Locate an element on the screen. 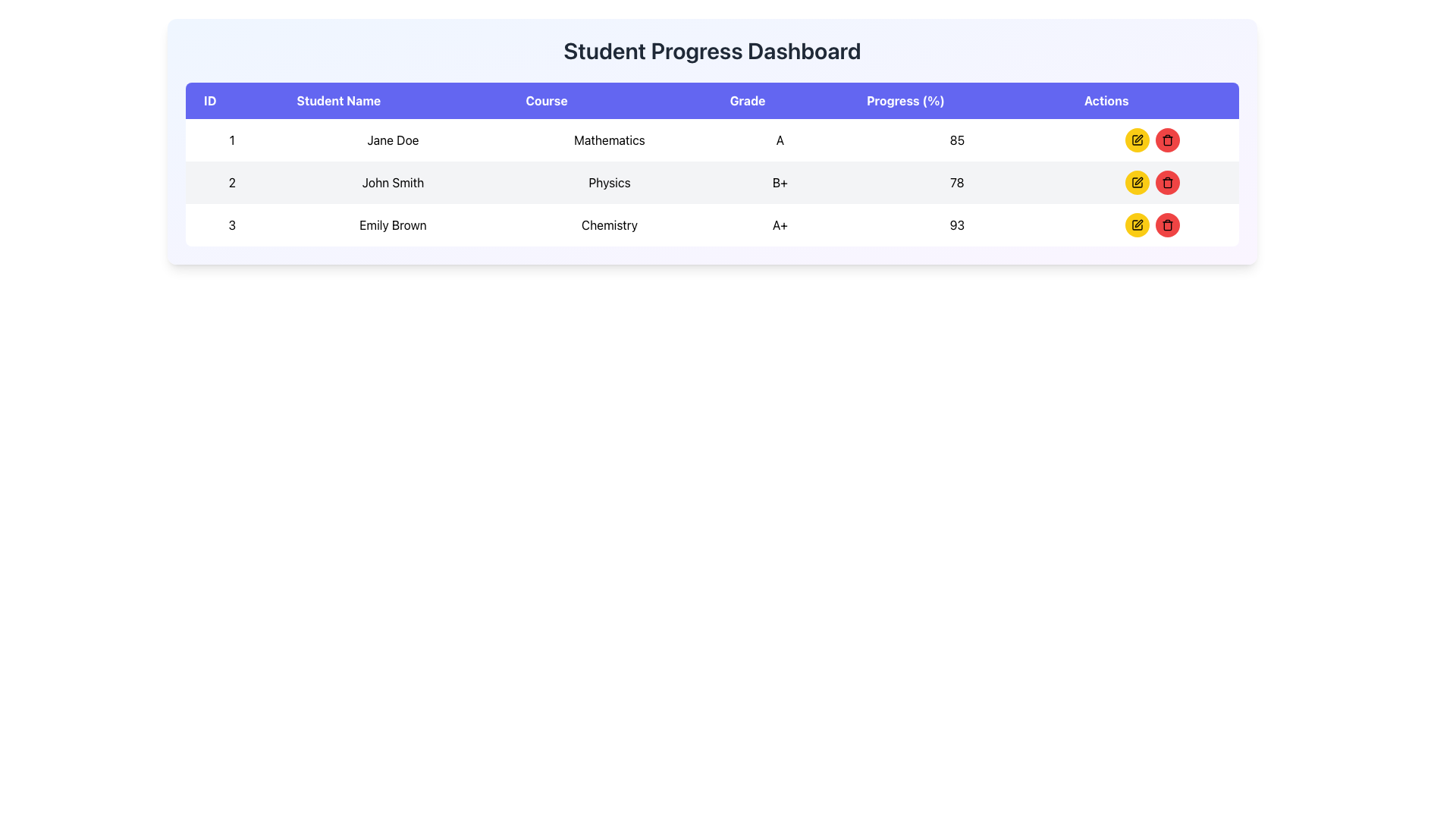 The height and width of the screenshot is (819, 1456). the Text Label displaying 'A+' in bold, black font, located in the 'Grade' column corresponding to 'Emily Brown - Chemistry' in the table is located at coordinates (780, 225).